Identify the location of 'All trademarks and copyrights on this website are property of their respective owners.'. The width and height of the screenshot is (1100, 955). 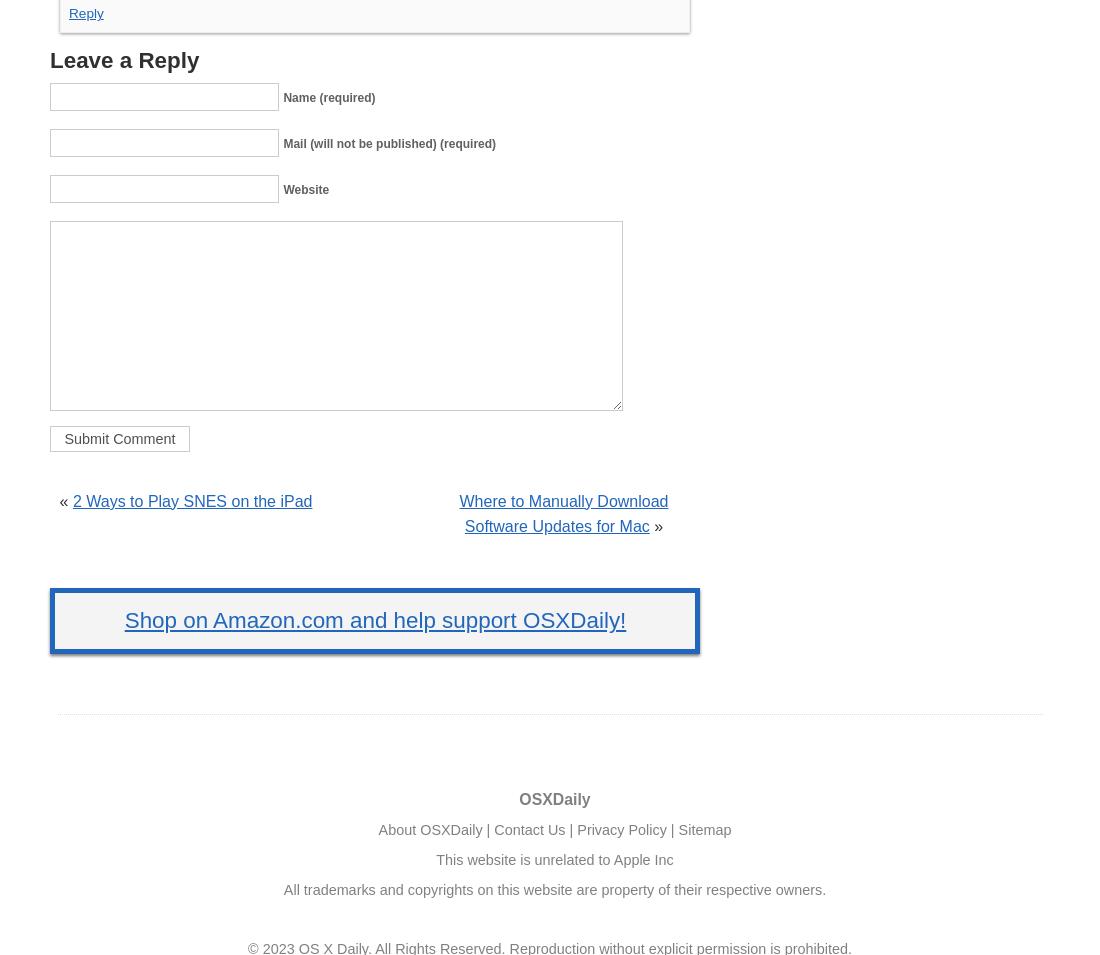
(553, 889).